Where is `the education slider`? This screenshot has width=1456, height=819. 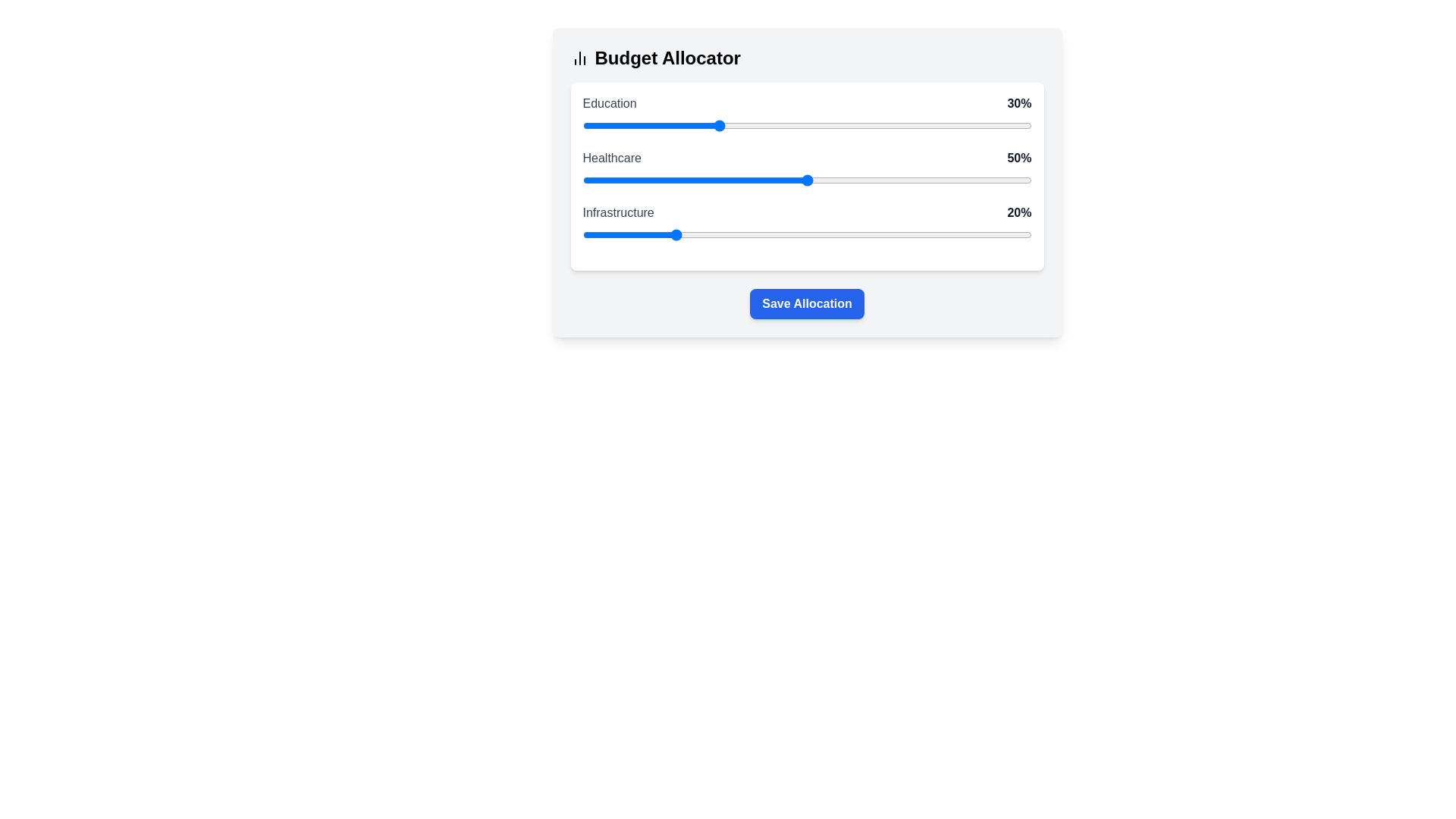
the education slider is located at coordinates (1004, 124).